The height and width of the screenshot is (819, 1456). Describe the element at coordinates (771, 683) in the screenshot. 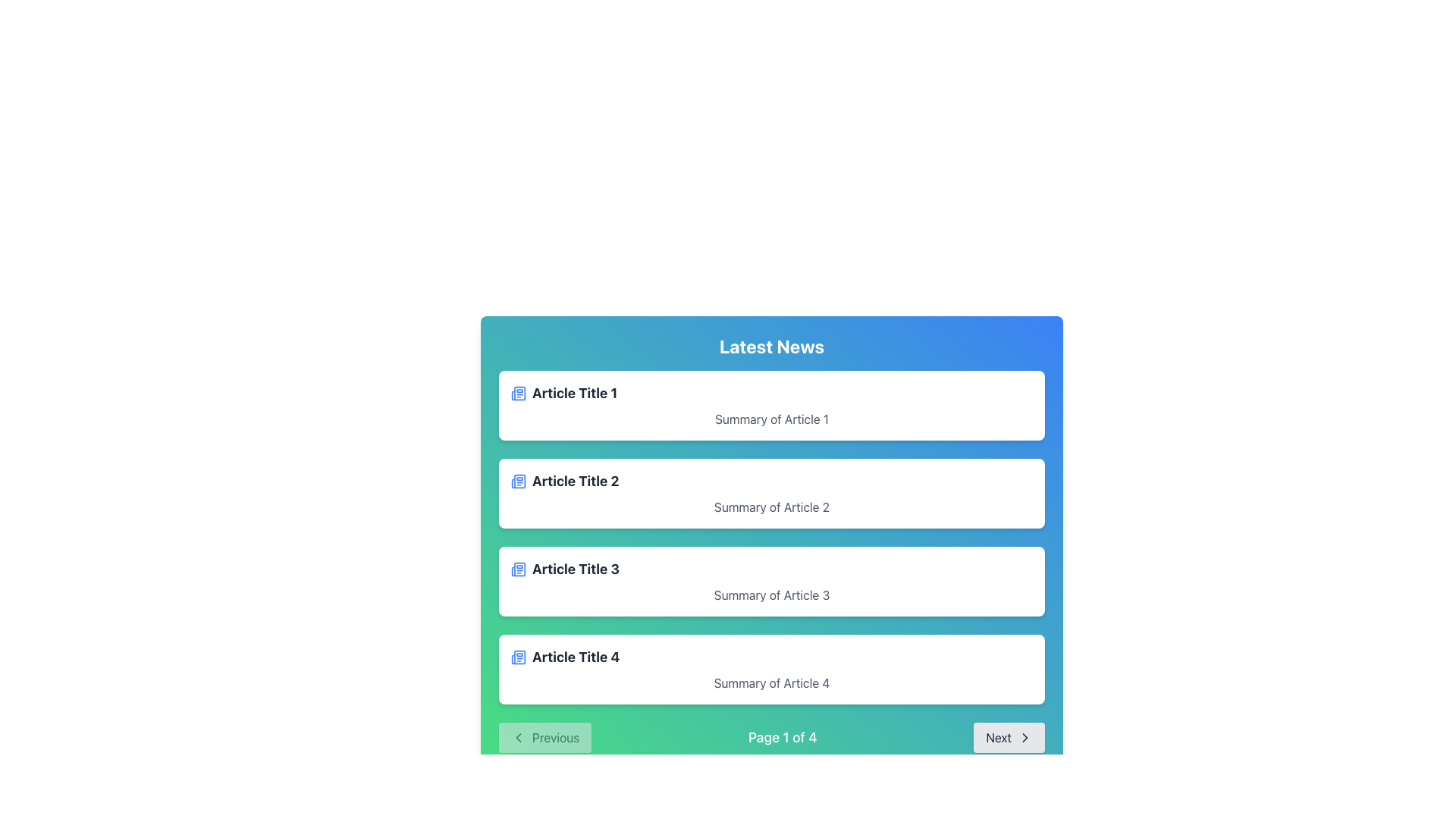

I see `the text element displaying 'Summary of Article 4' located beneath 'Article Title 4' in the fourth item of the article list` at that location.